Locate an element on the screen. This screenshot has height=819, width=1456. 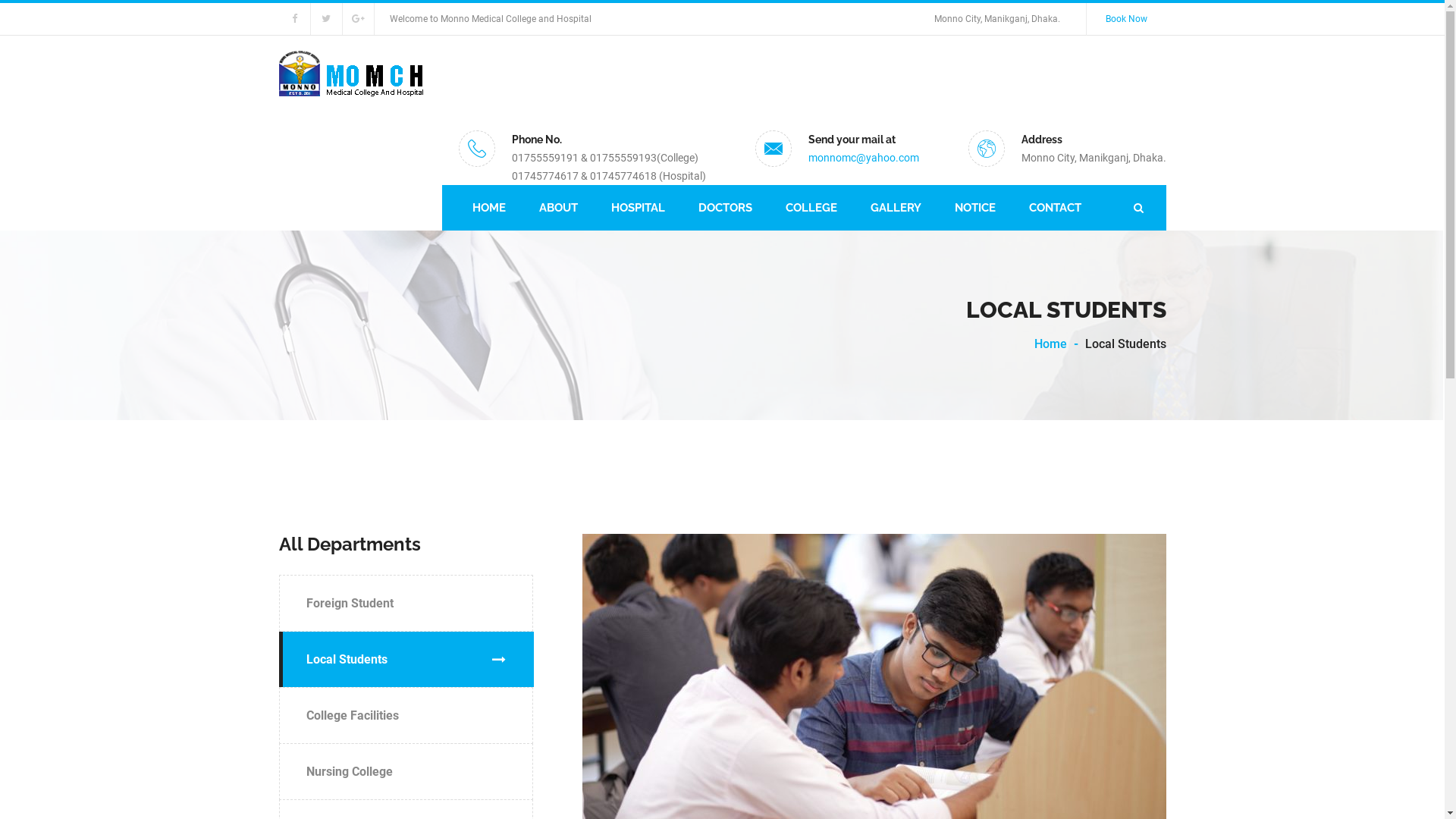
'ABOUT' is located at coordinates (557, 207).